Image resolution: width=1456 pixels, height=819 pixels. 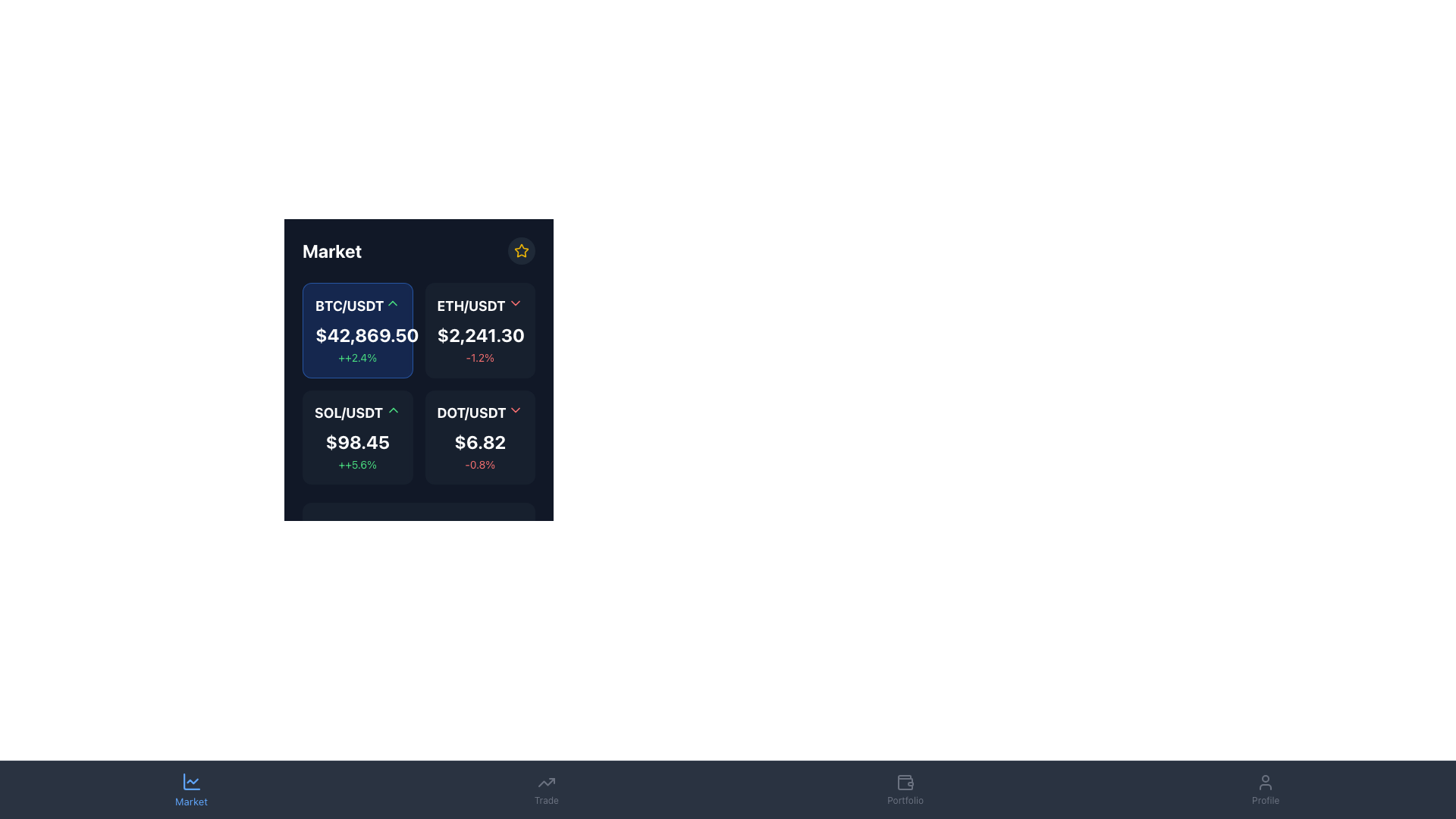 What do you see at coordinates (905, 789) in the screenshot?
I see `the button with a wallet icon and the label 'Portfolio' located in the bottom navigation bar to trigger hover effects` at bounding box center [905, 789].